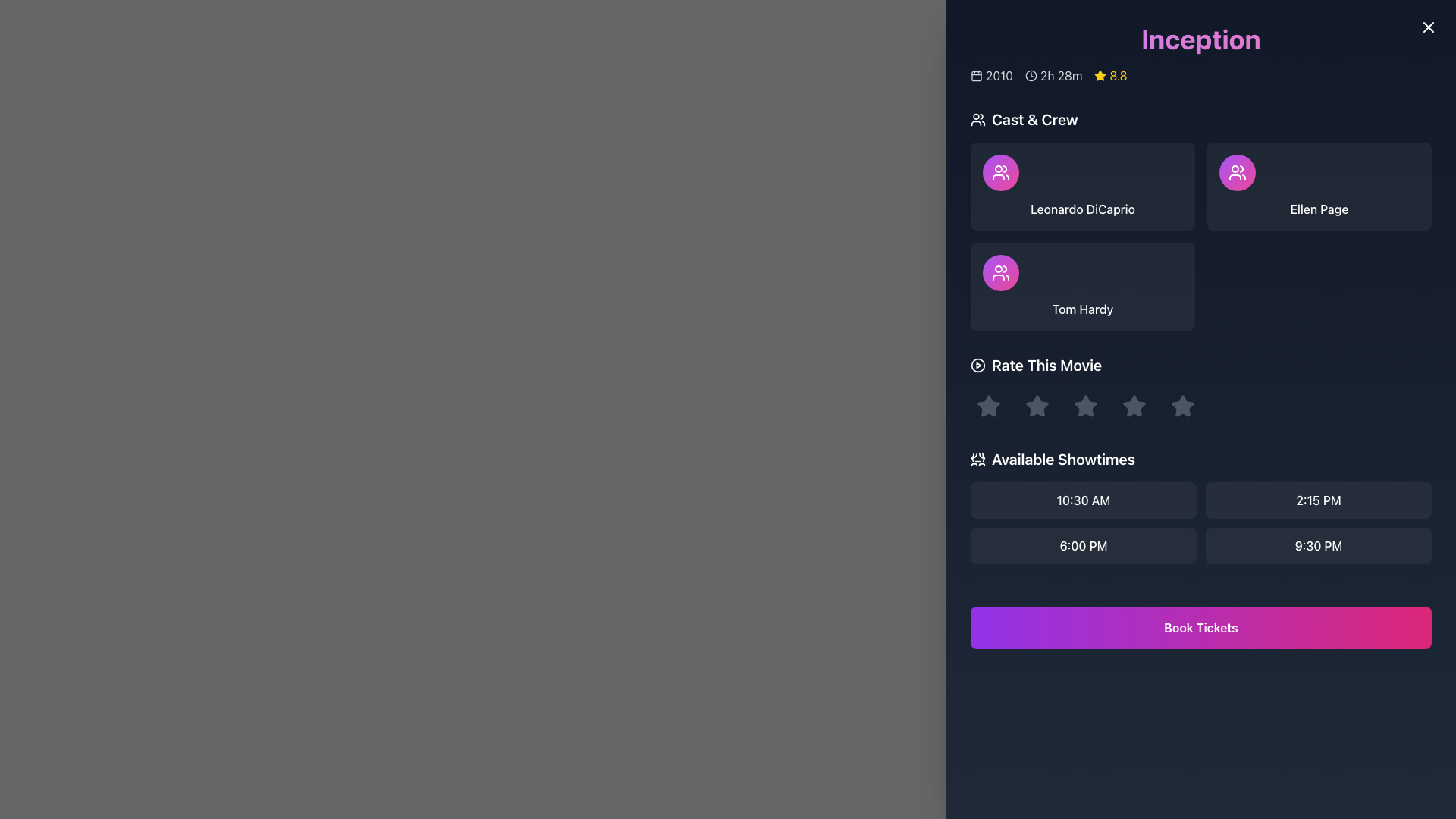  Describe the element at coordinates (1083, 500) in the screenshot. I see `the '10:30 AM' button` at that location.